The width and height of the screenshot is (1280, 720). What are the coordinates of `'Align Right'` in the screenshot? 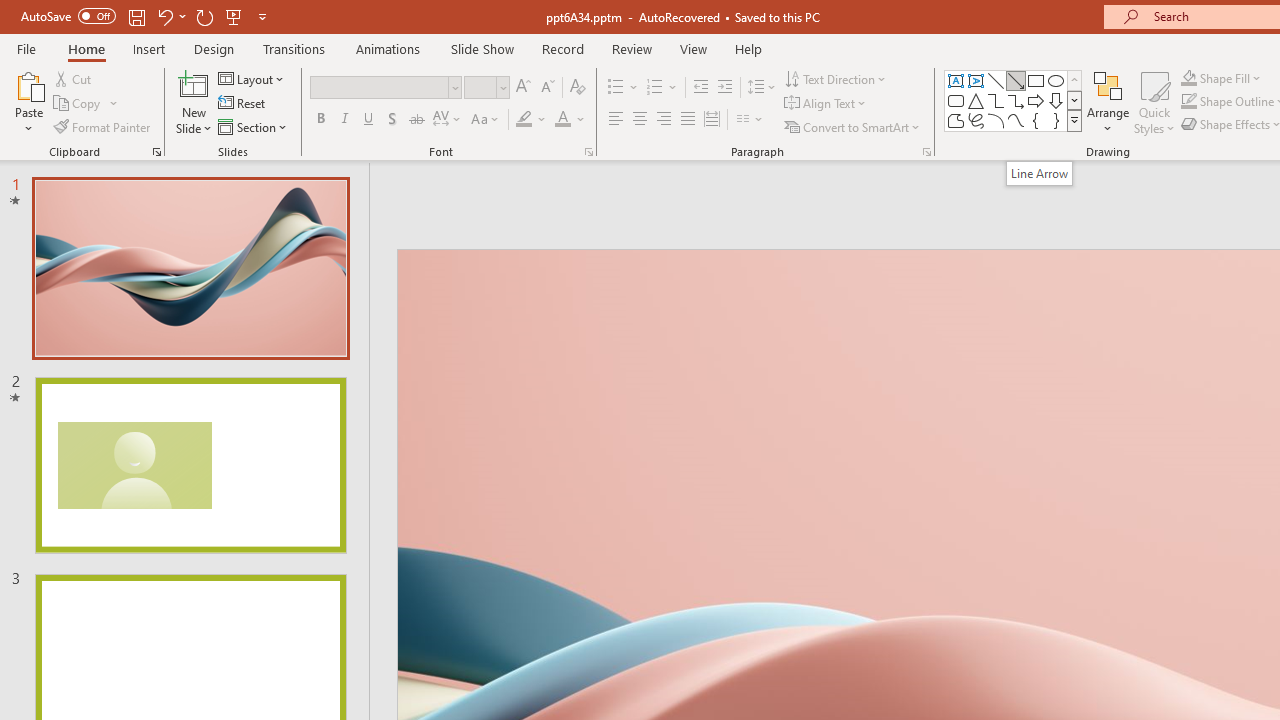 It's located at (663, 119).